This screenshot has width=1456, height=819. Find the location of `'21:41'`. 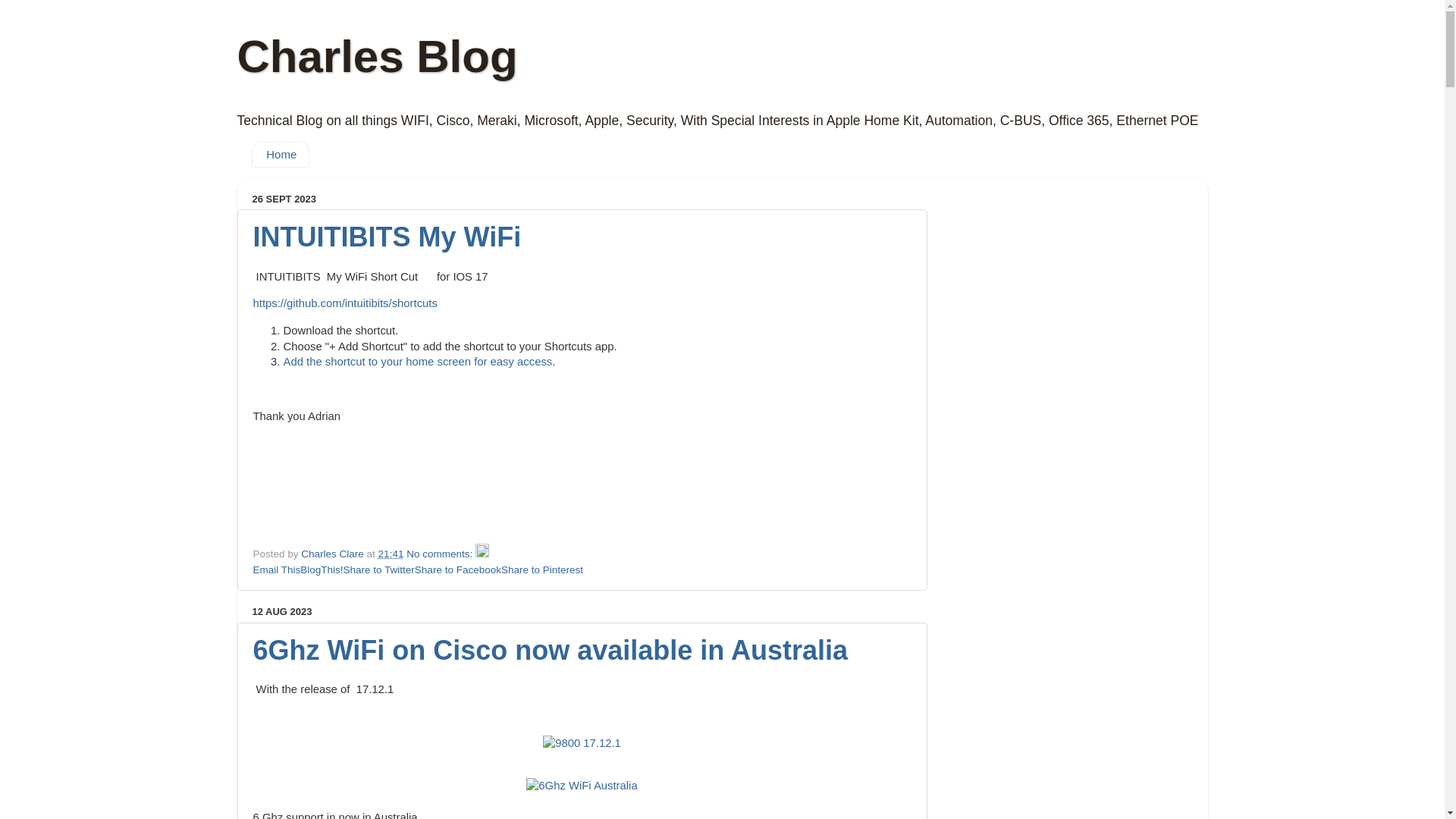

'21:41' is located at coordinates (378, 554).